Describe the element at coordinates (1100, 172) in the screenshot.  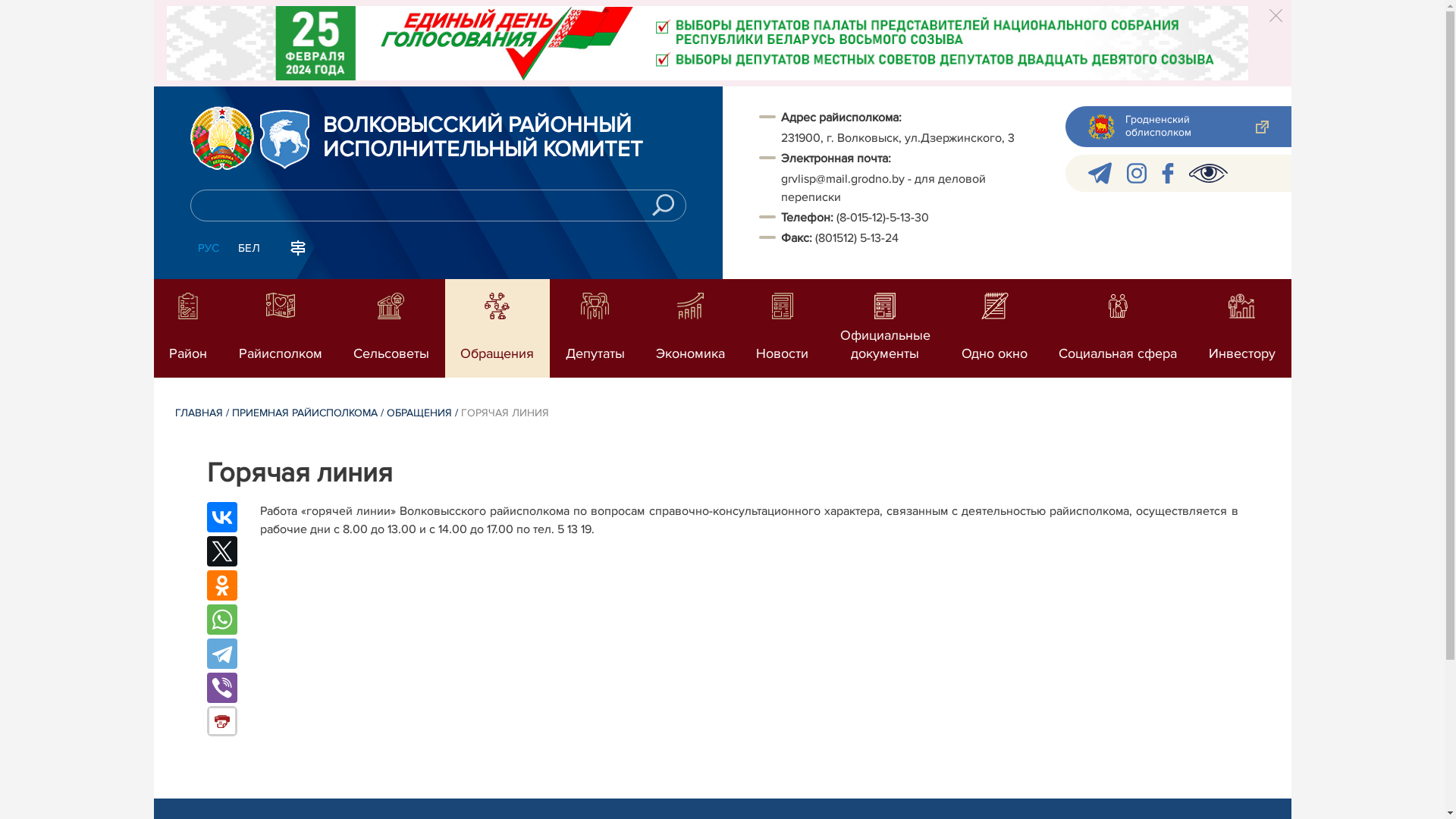
I see `'telegram'` at that location.